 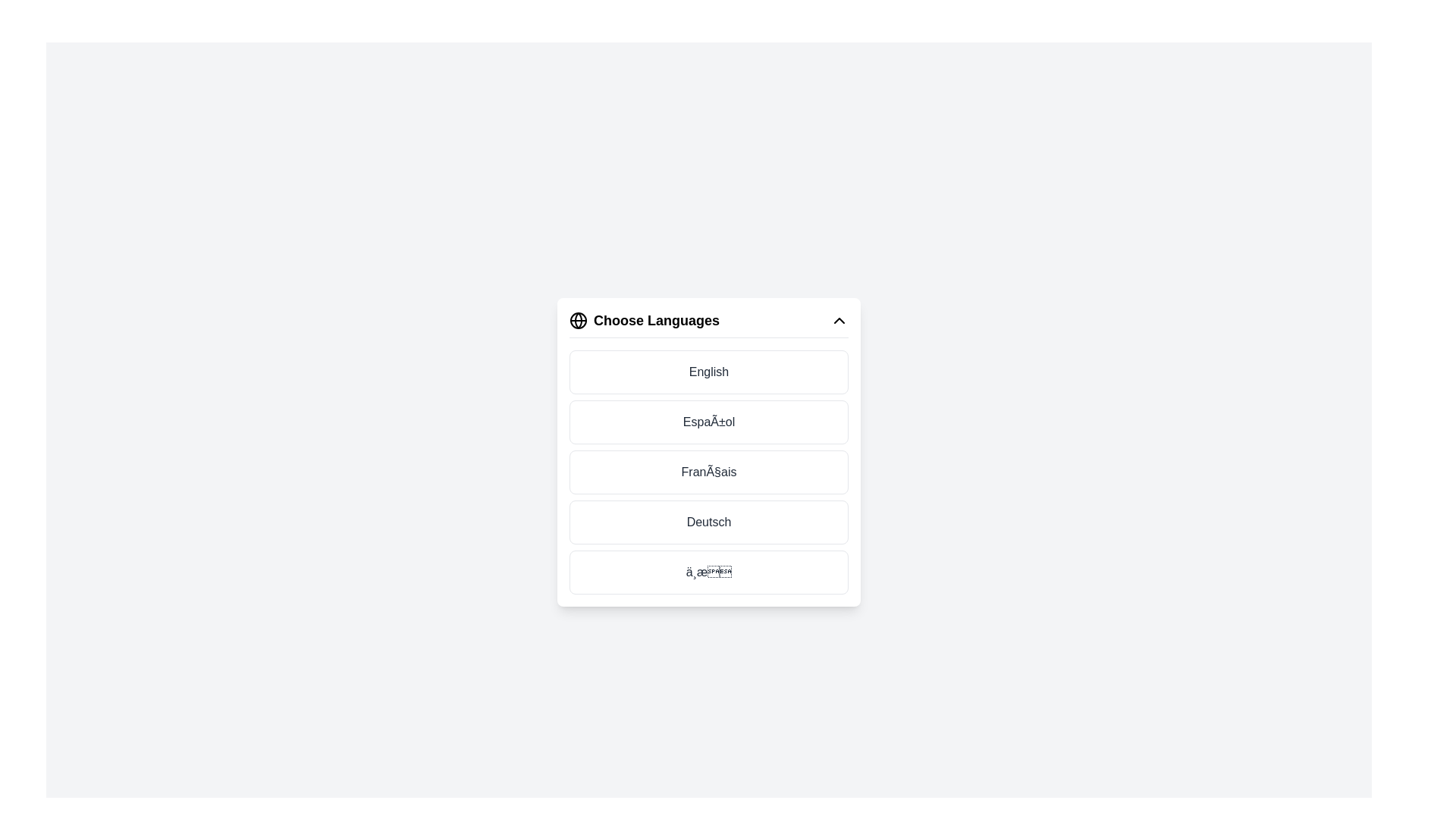 What do you see at coordinates (578, 319) in the screenshot?
I see `the globe icon, which is a dark circular outline with latitude and longitude details, located to the left of the 'Choose Languages' text at the top-center of the interface` at bounding box center [578, 319].